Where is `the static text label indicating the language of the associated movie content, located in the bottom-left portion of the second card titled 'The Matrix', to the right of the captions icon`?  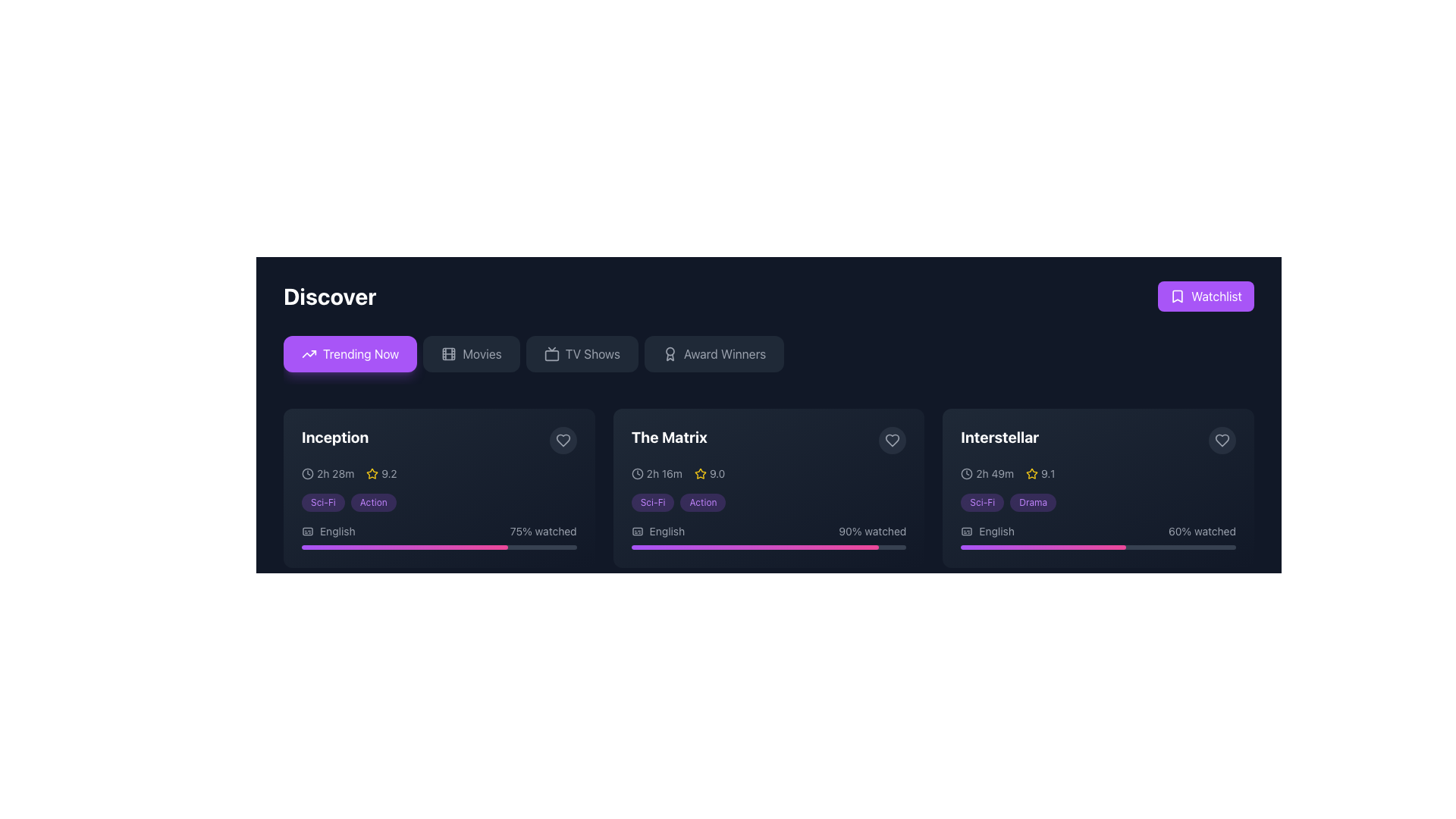 the static text label indicating the language of the associated movie content, located in the bottom-left portion of the second card titled 'The Matrix', to the right of the captions icon is located at coordinates (667, 531).